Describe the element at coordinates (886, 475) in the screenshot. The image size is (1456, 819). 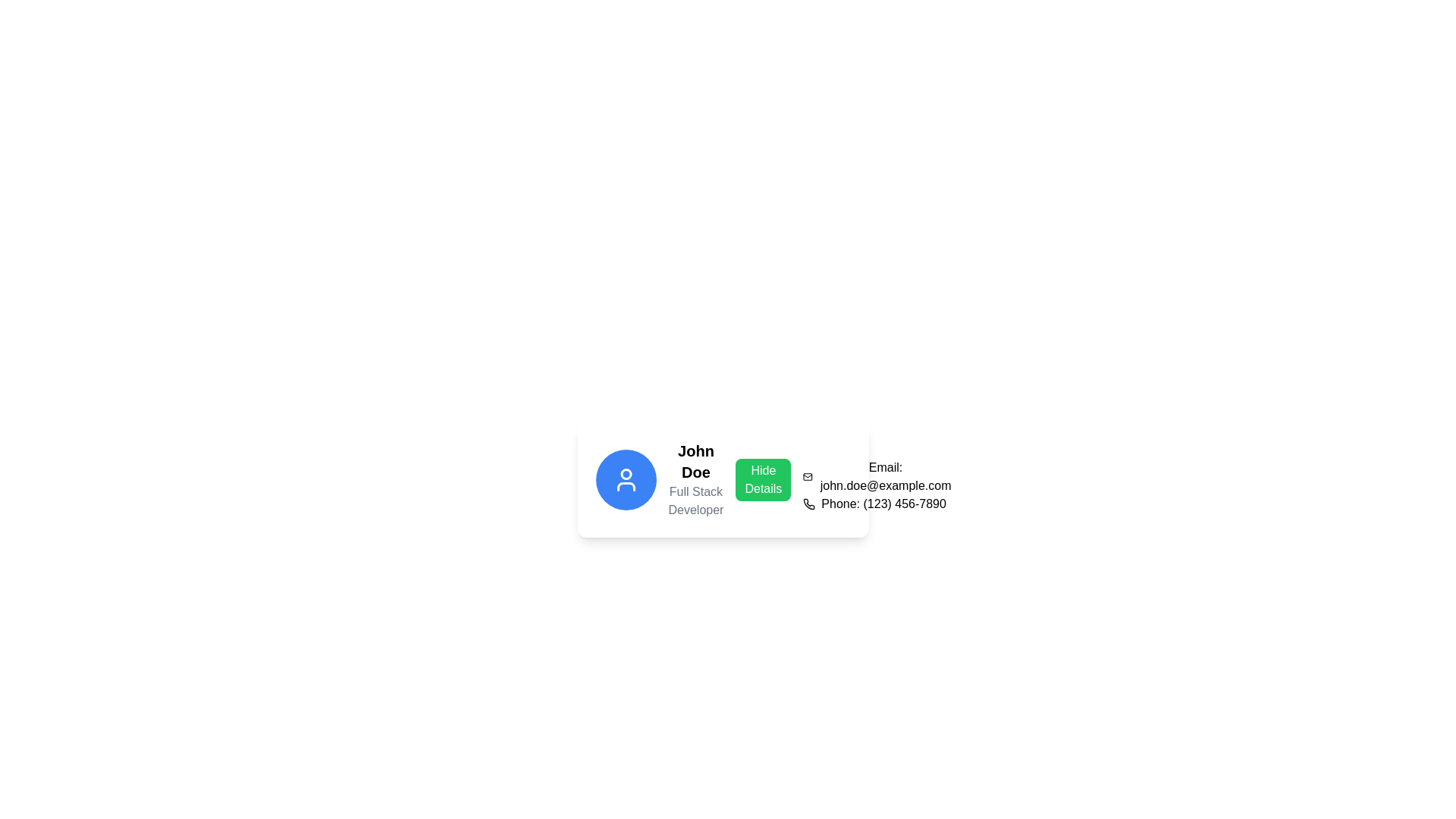
I see `the text element displaying the user's email address, located to the right of the 'Hide Details' button and below an envelope icon` at that location.